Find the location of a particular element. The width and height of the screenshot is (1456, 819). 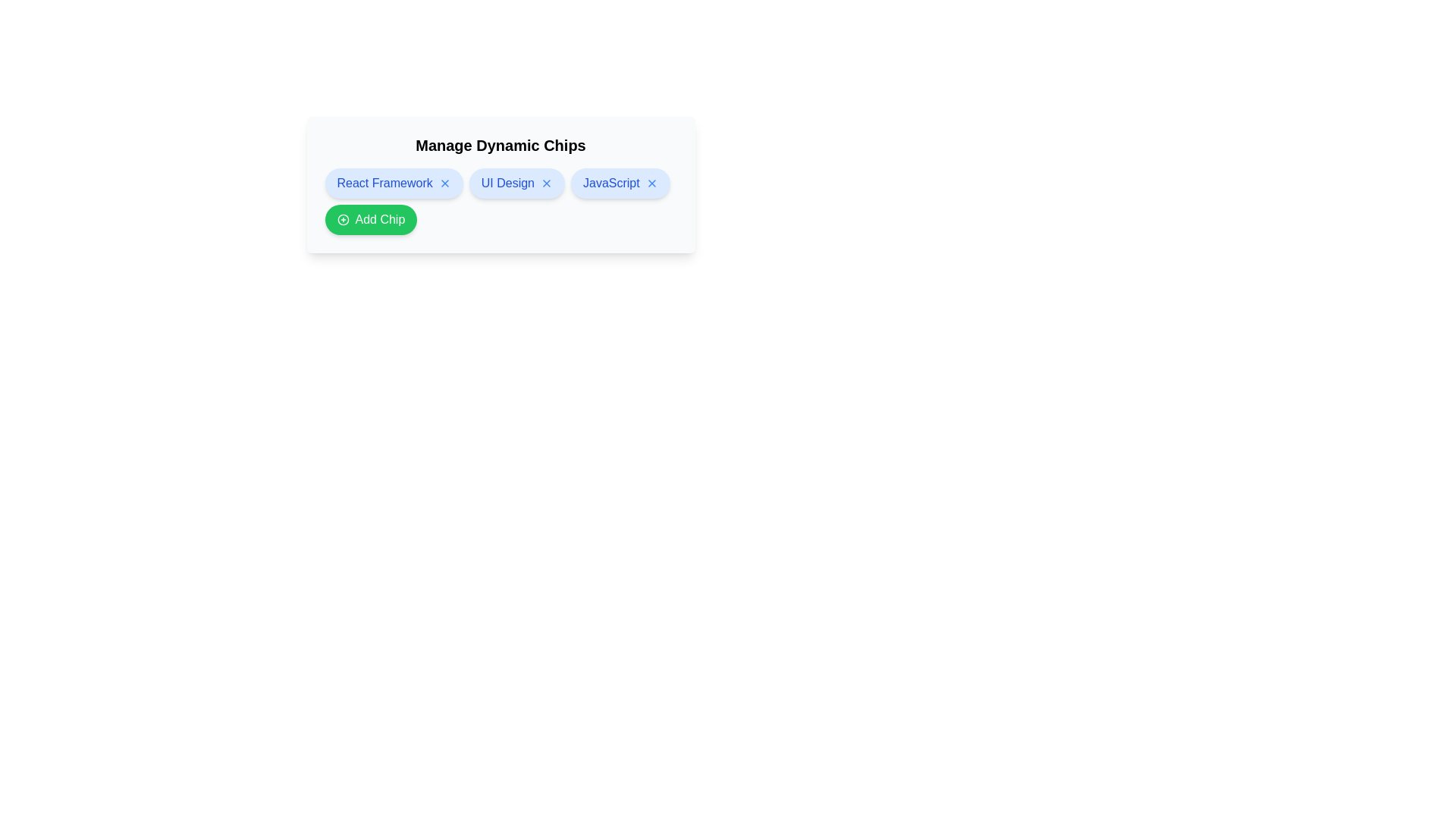

close button of the chip labeled 'React Framework' to remove it is located at coordinates (444, 183).